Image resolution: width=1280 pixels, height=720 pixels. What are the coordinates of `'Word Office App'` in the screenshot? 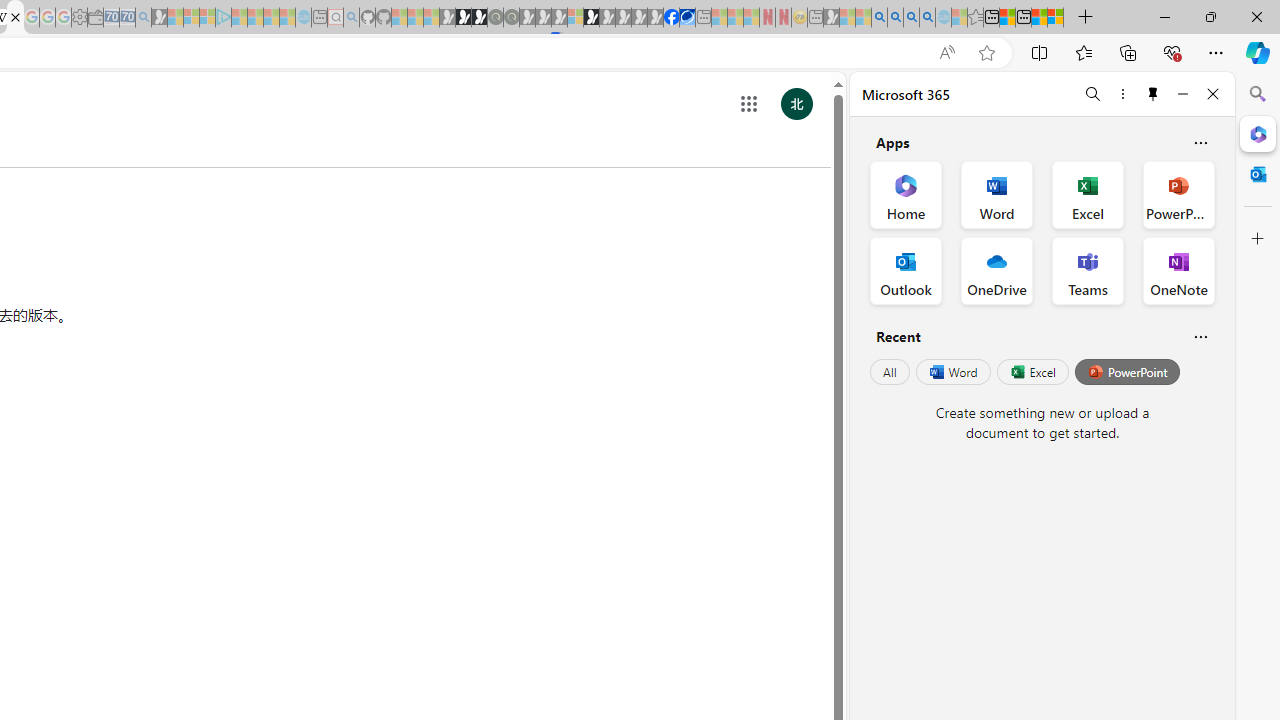 It's located at (997, 195).